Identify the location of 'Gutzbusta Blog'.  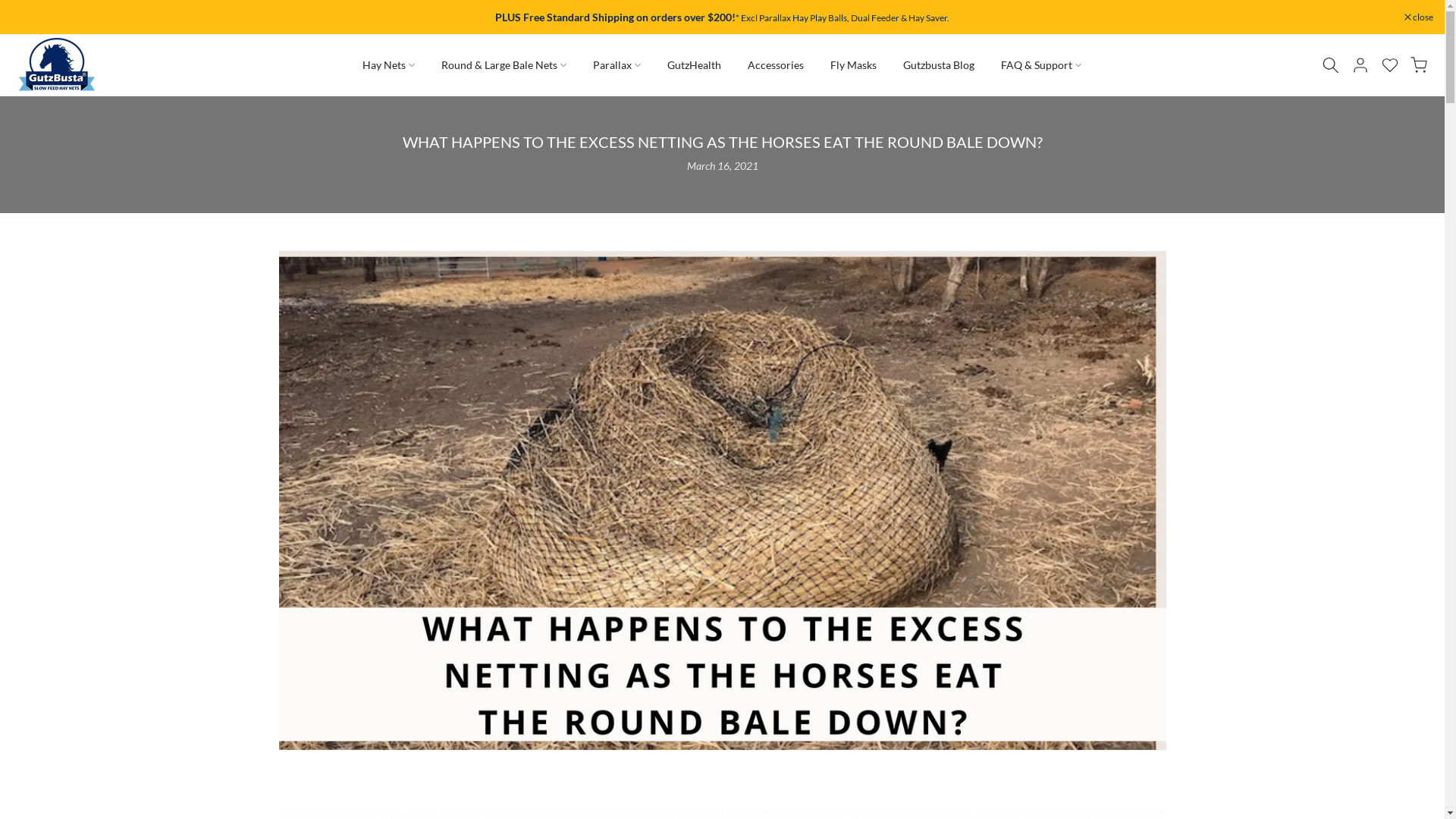
(938, 64).